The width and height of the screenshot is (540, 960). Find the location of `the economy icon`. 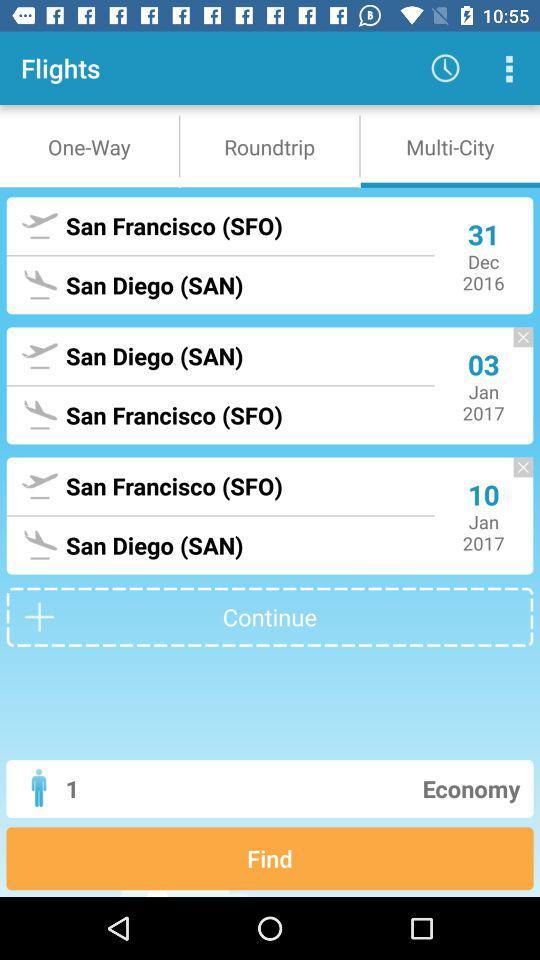

the economy icon is located at coordinates (345, 788).